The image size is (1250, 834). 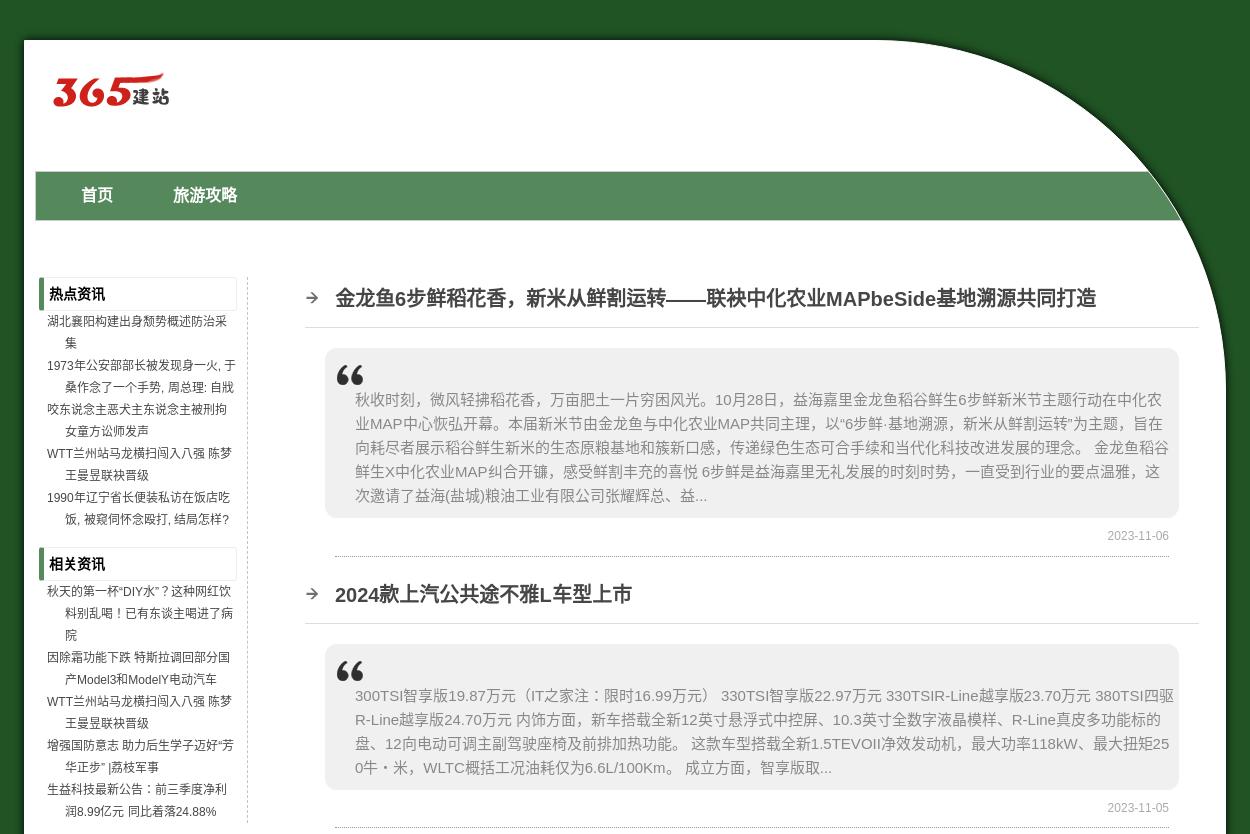 I want to click on '因除霜功能下跌 特斯拉调回部分国产Model3和ModelY电动汽车', so click(x=138, y=668).